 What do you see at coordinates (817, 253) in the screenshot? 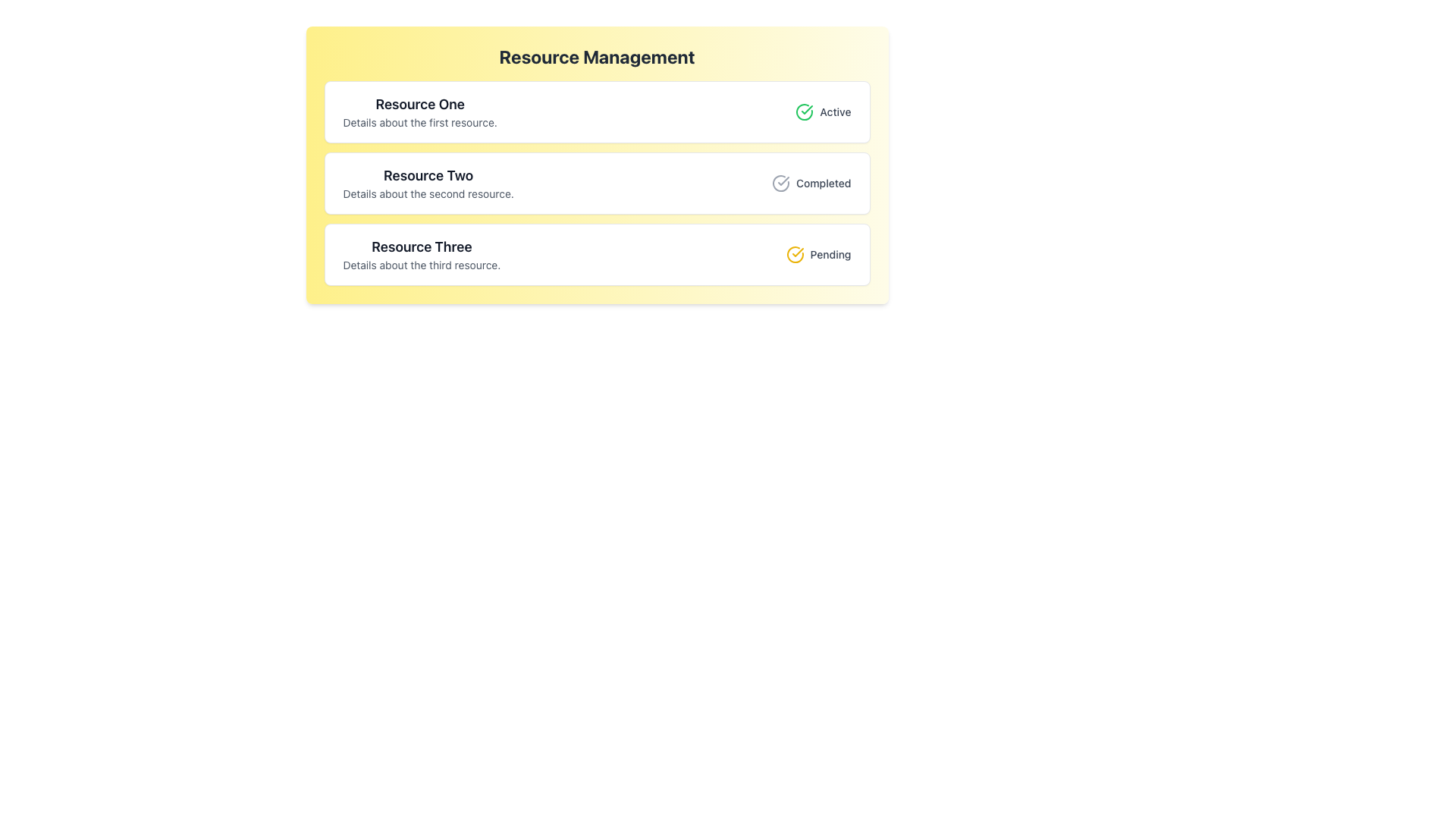
I see `the Status indicator representing the resource's current state as 'Pending' in the 'Resource Three' section of the UI` at bounding box center [817, 253].